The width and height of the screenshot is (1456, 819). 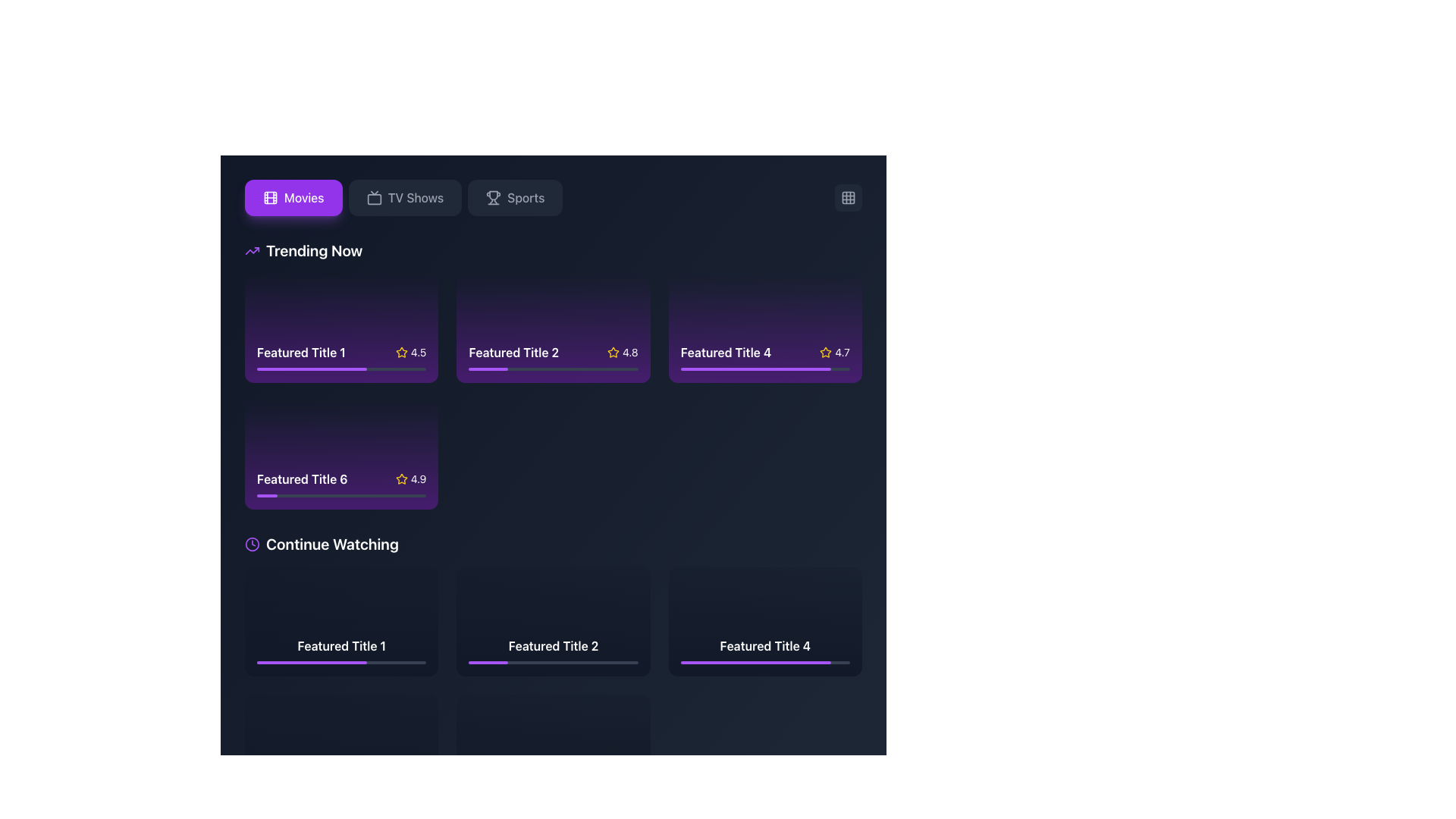 What do you see at coordinates (303, 197) in the screenshot?
I see `text content of the 'Movies' label within the highlighted button group, which features a purple background and is styled with bold typography` at bounding box center [303, 197].